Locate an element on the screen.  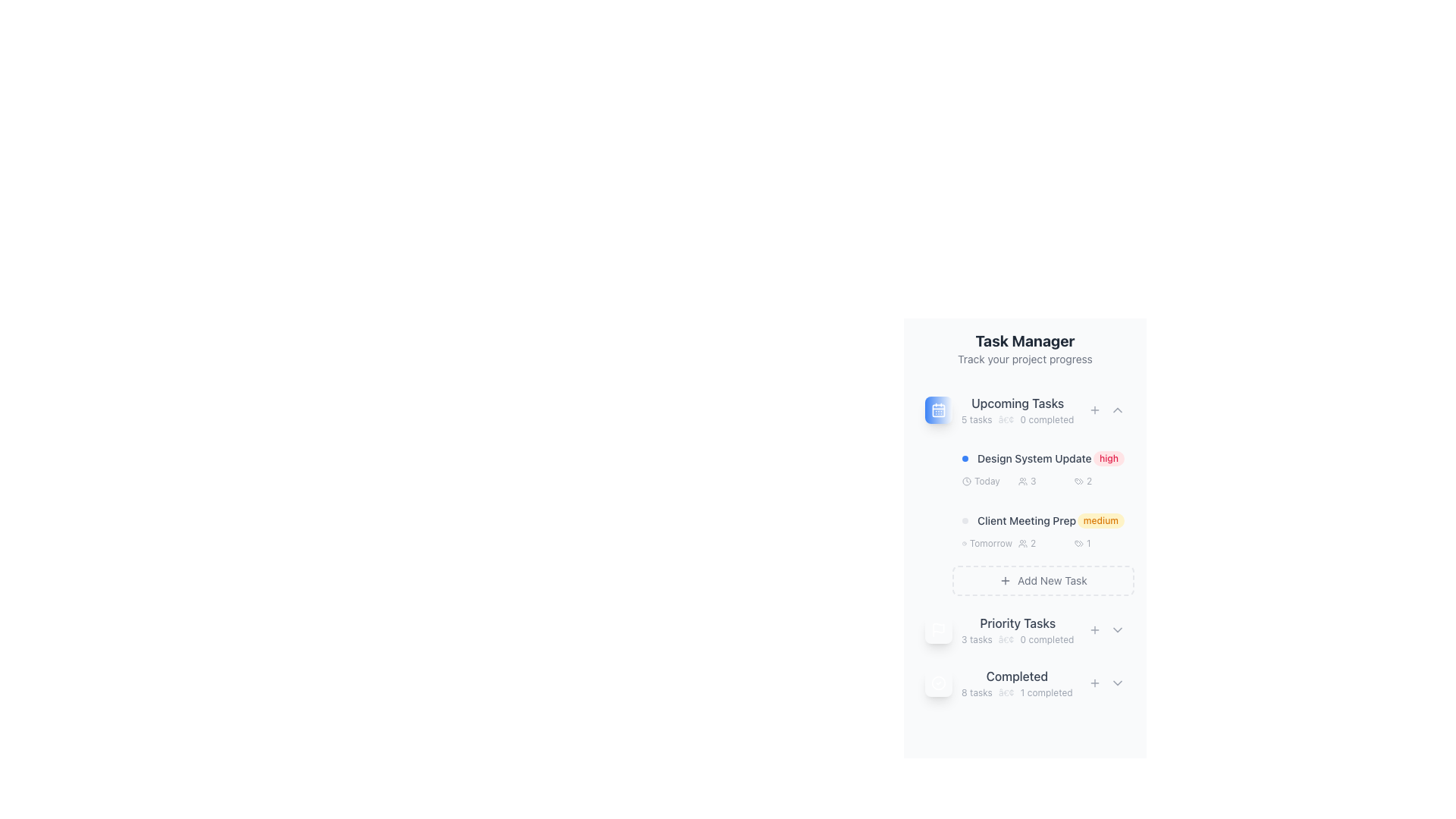
the 'Upcoming Tasks' informational widget, which displays task statistics and is located under the 'Task Manager' header is located at coordinates (999, 409).